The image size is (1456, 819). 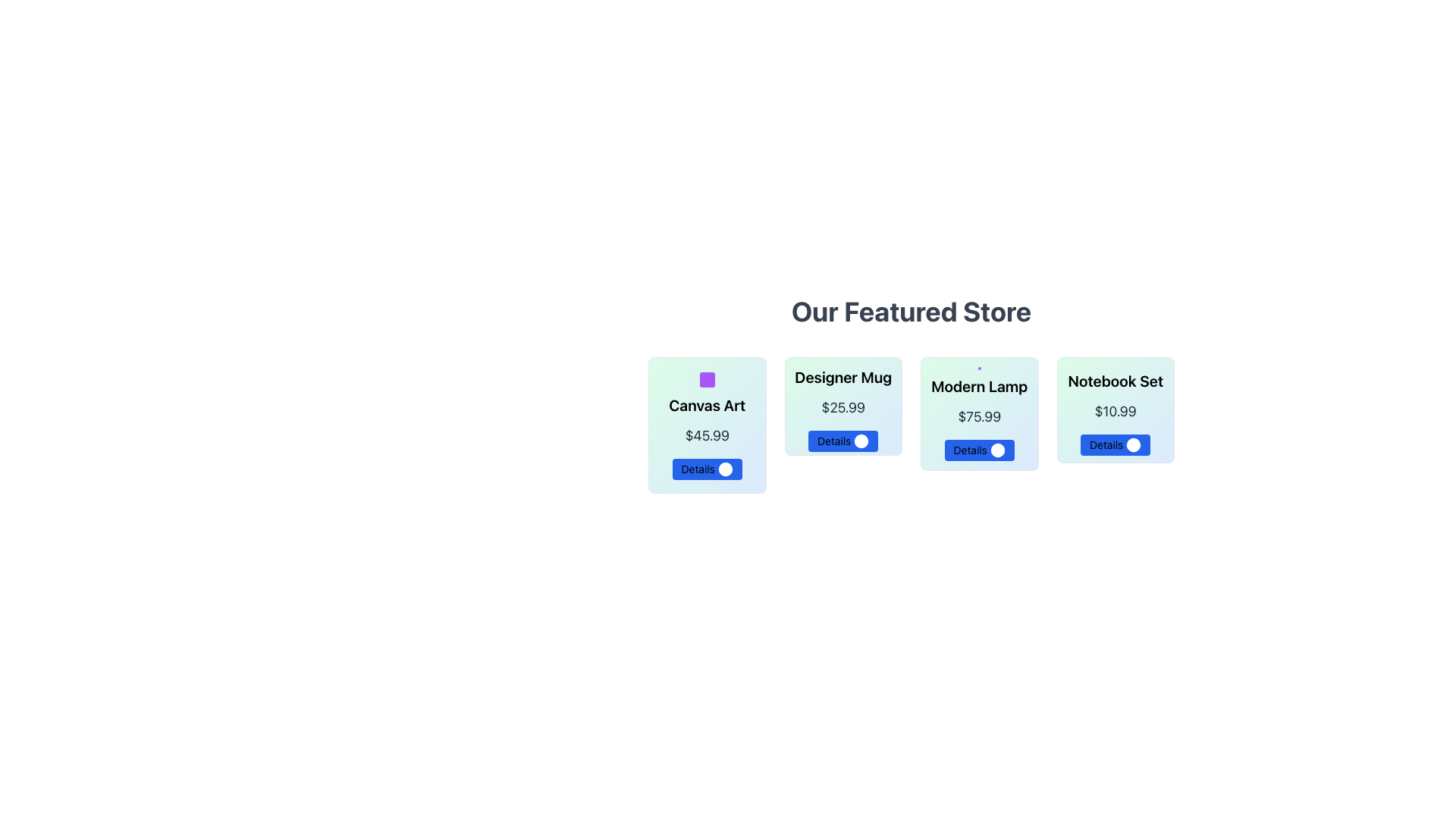 I want to click on the static text element displaying the price '$25.99', which is styled in dark gray and positioned below the product title 'Designer Mug' within the product card, so click(x=843, y=406).